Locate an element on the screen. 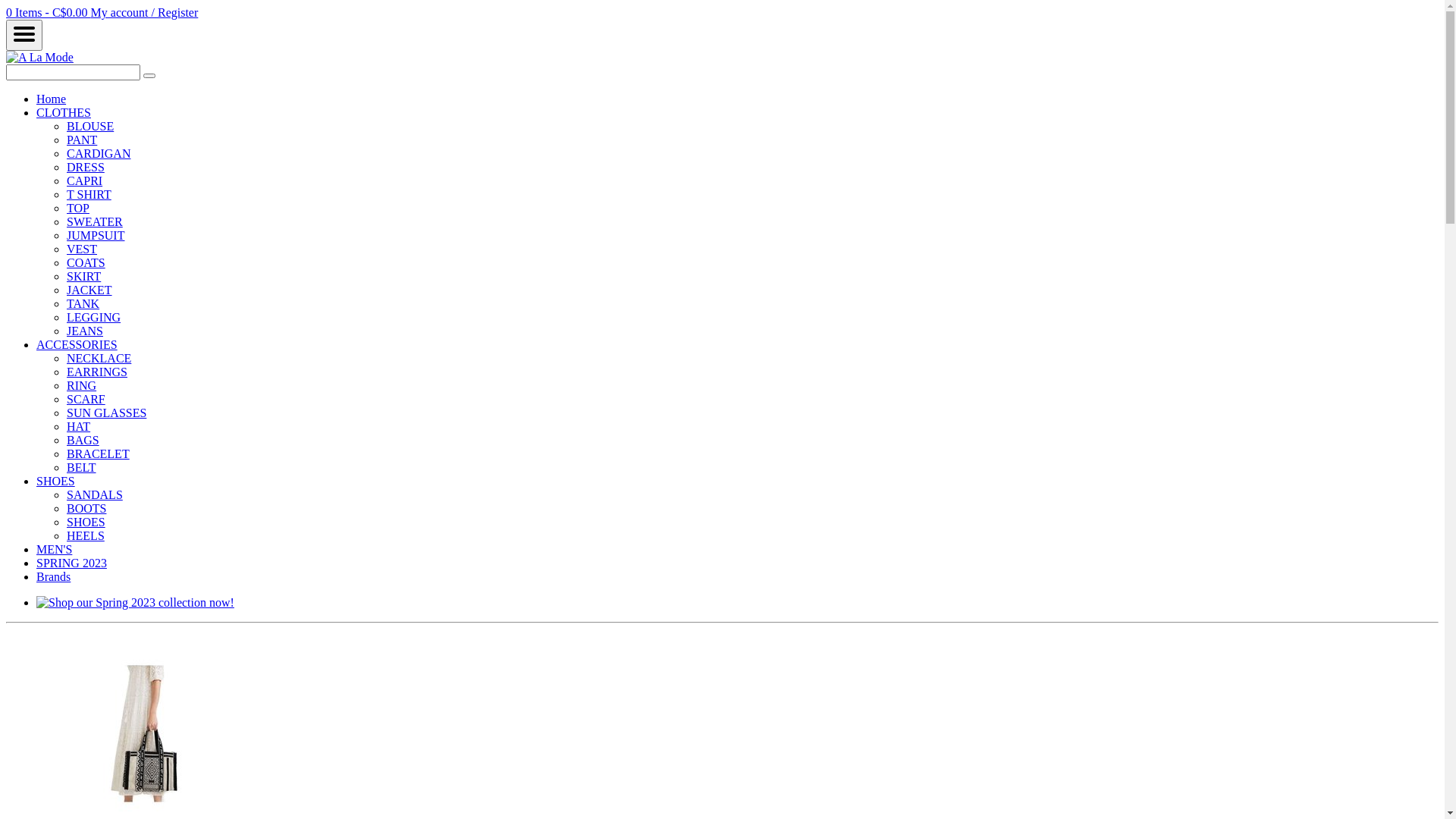 The image size is (1456, 819). 'JACKET' is located at coordinates (89, 290).